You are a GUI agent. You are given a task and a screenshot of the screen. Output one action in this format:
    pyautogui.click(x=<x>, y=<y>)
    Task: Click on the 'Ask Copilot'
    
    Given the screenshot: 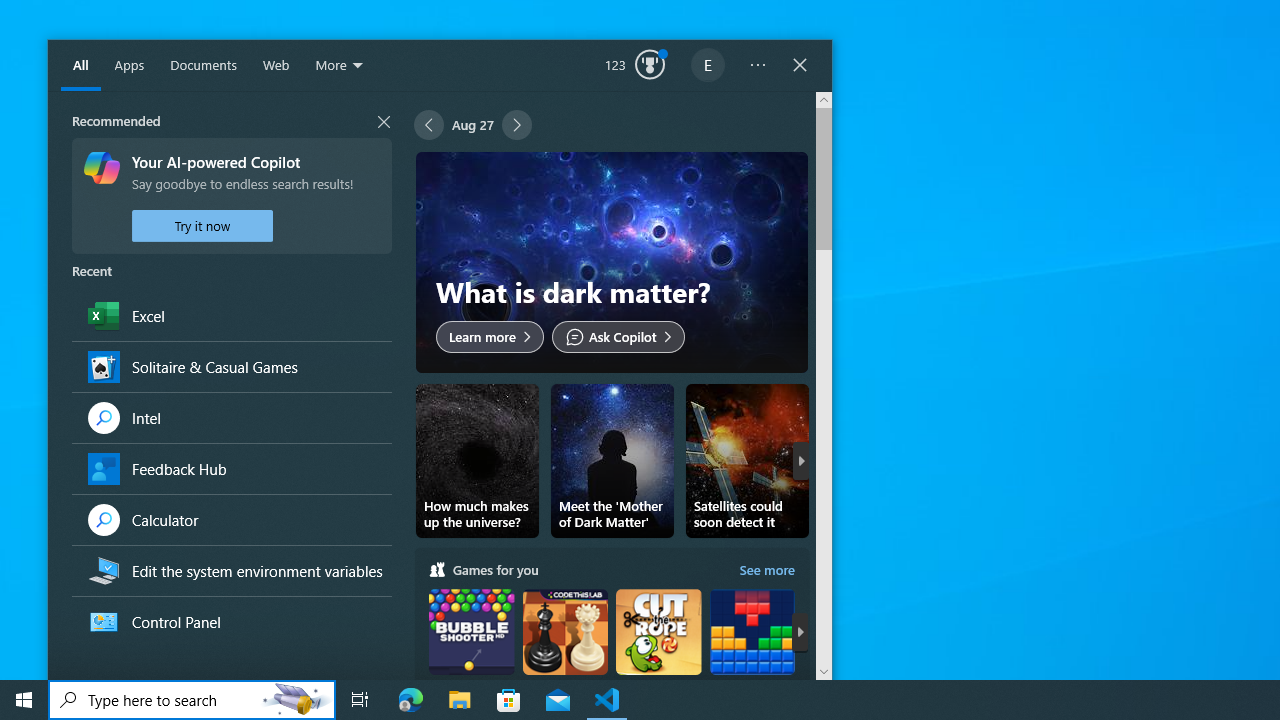 What is the action you would take?
    pyautogui.click(x=617, y=335)
    